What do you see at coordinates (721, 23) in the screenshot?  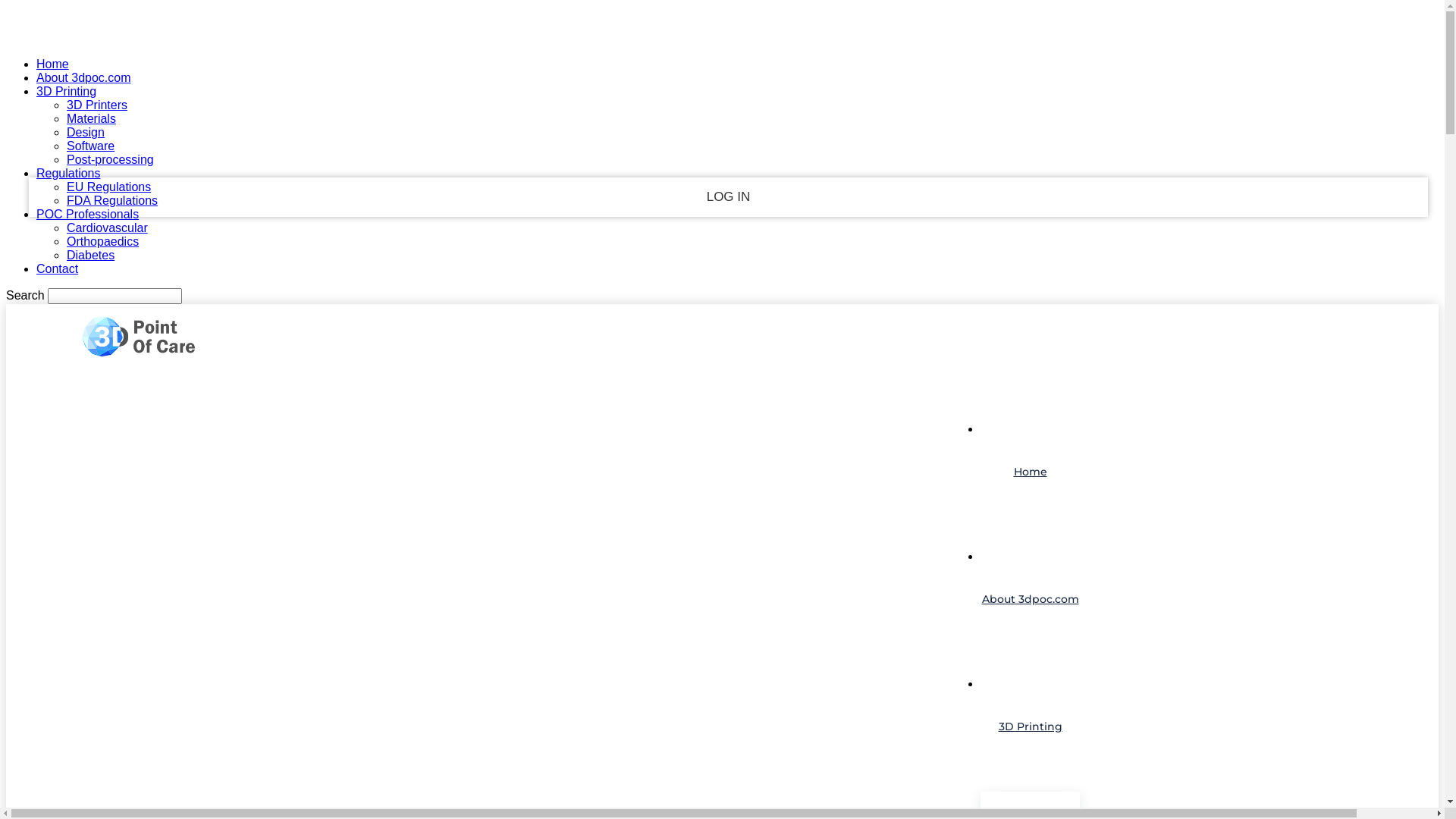 I see `'Sign in'` at bounding box center [721, 23].